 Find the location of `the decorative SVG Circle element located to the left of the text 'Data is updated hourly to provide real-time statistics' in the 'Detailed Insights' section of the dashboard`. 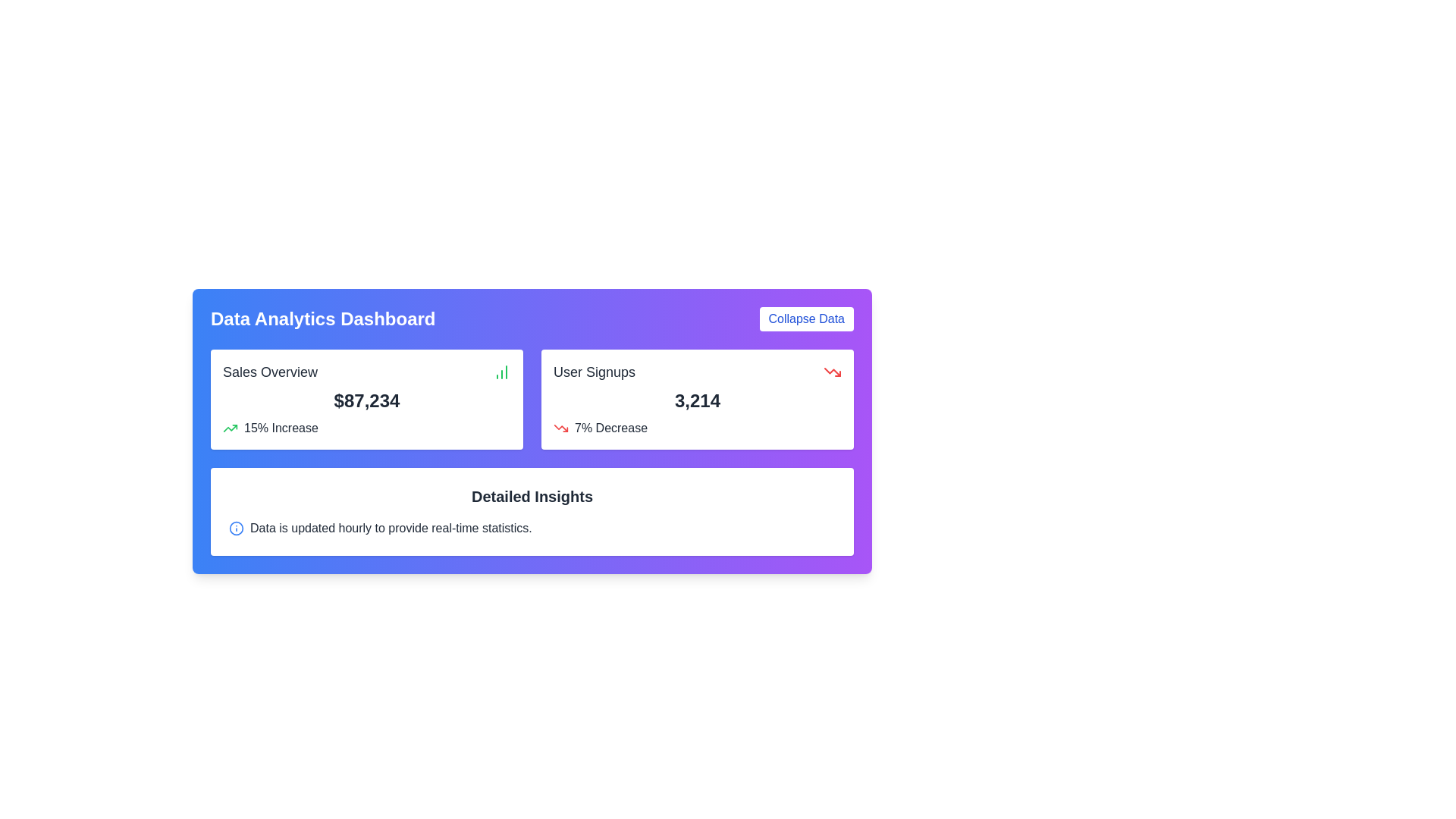

the decorative SVG Circle element located to the left of the text 'Data is updated hourly to provide real-time statistics' in the 'Detailed Insights' section of the dashboard is located at coordinates (236, 528).